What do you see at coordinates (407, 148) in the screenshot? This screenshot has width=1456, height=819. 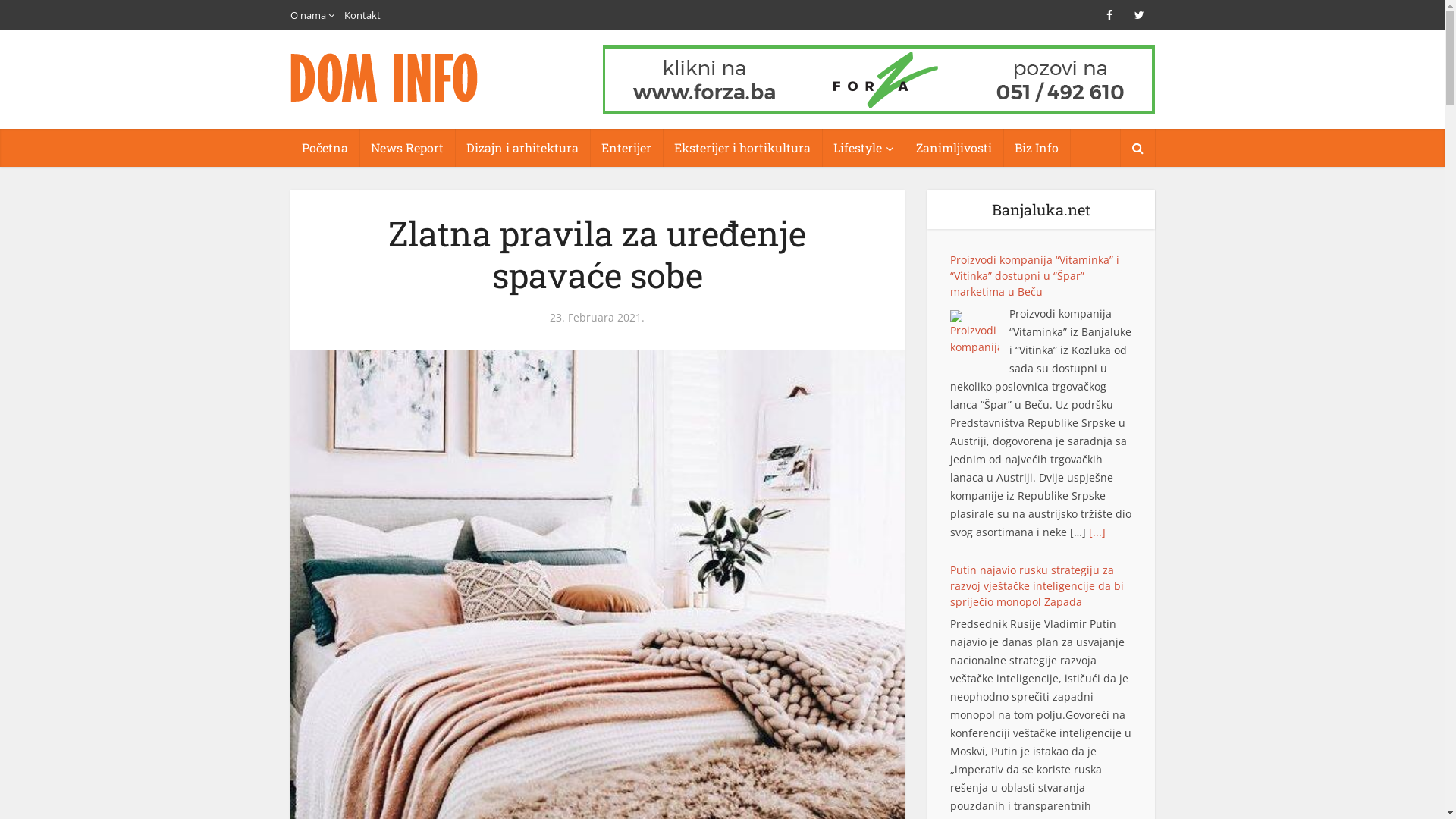 I see `'News Report'` at bounding box center [407, 148].